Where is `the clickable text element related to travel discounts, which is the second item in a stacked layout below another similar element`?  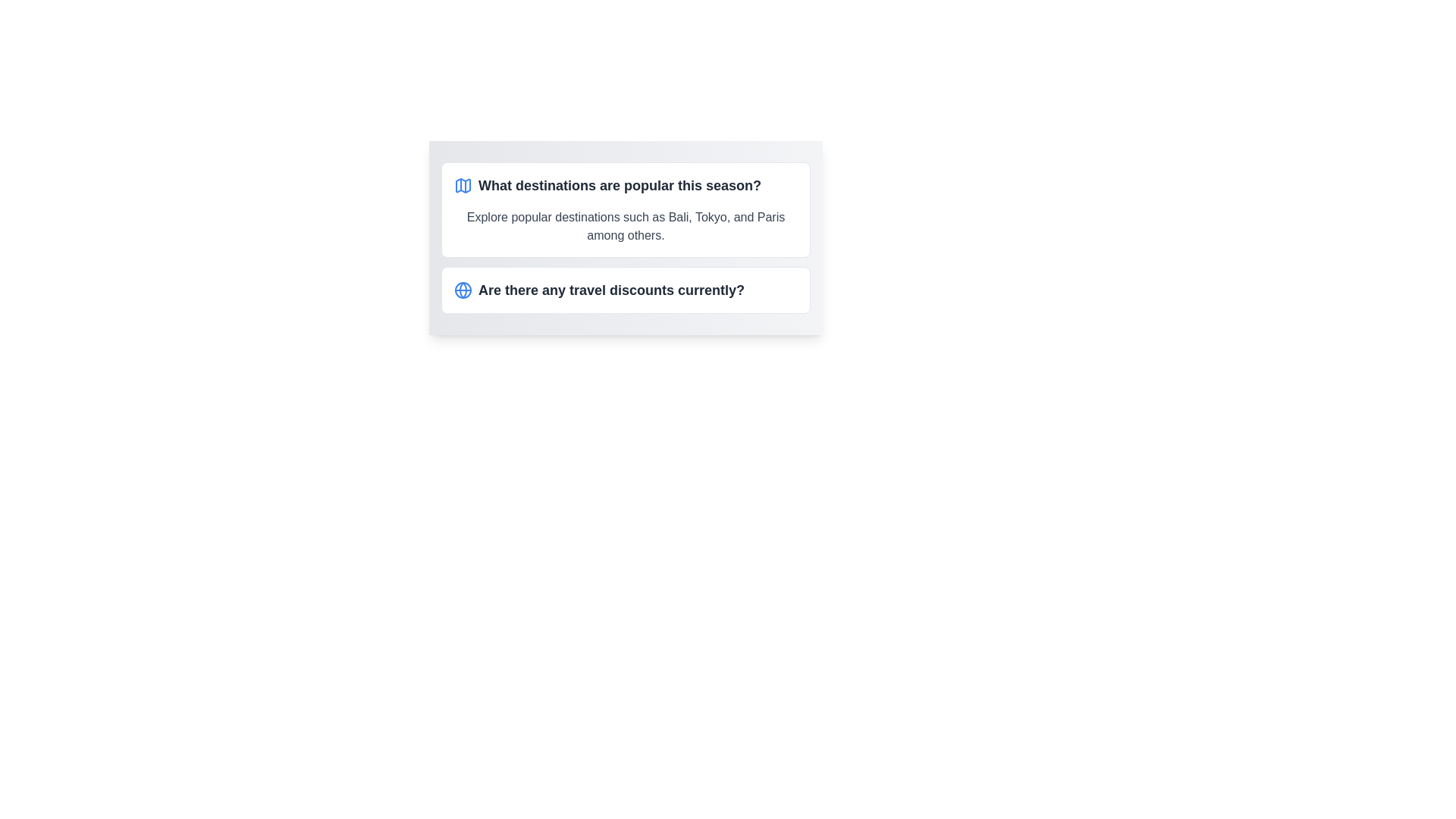 the clickable text element related to travel discounts, which is the second item in a stacked layout below another similar element is located at coordinates (598, 290).